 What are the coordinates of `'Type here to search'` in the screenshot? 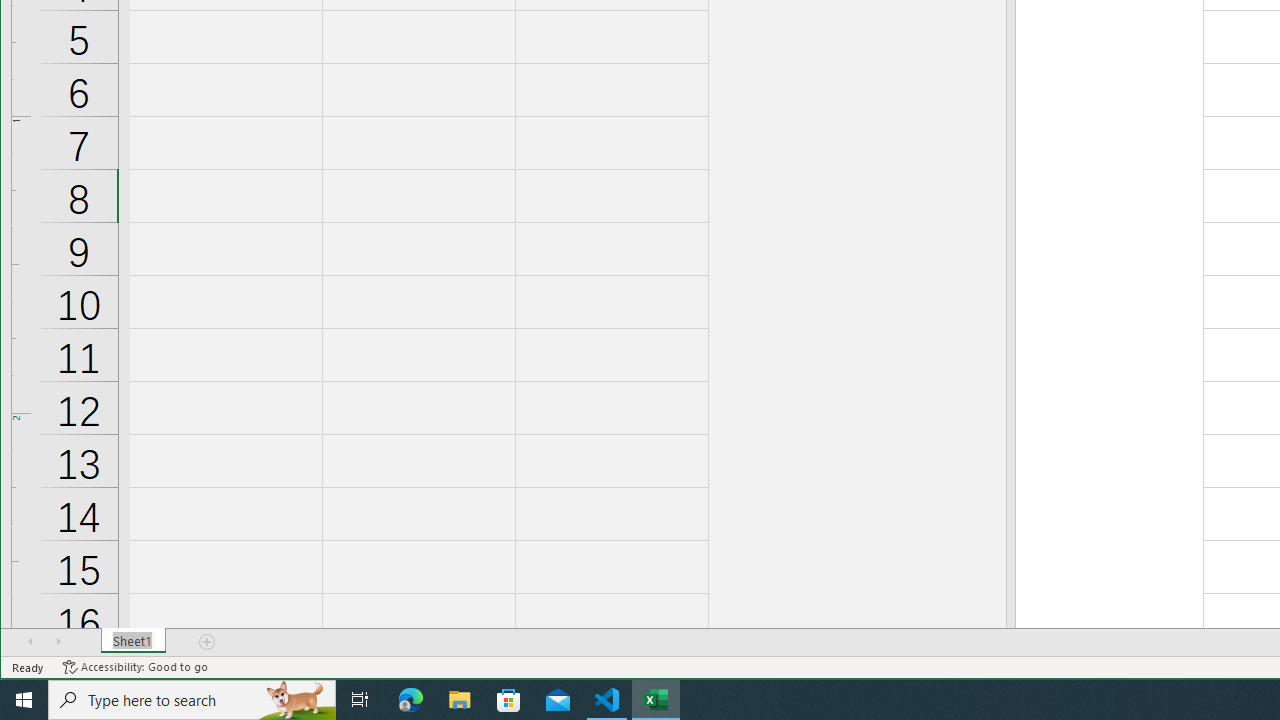 It's located at (192, 698).